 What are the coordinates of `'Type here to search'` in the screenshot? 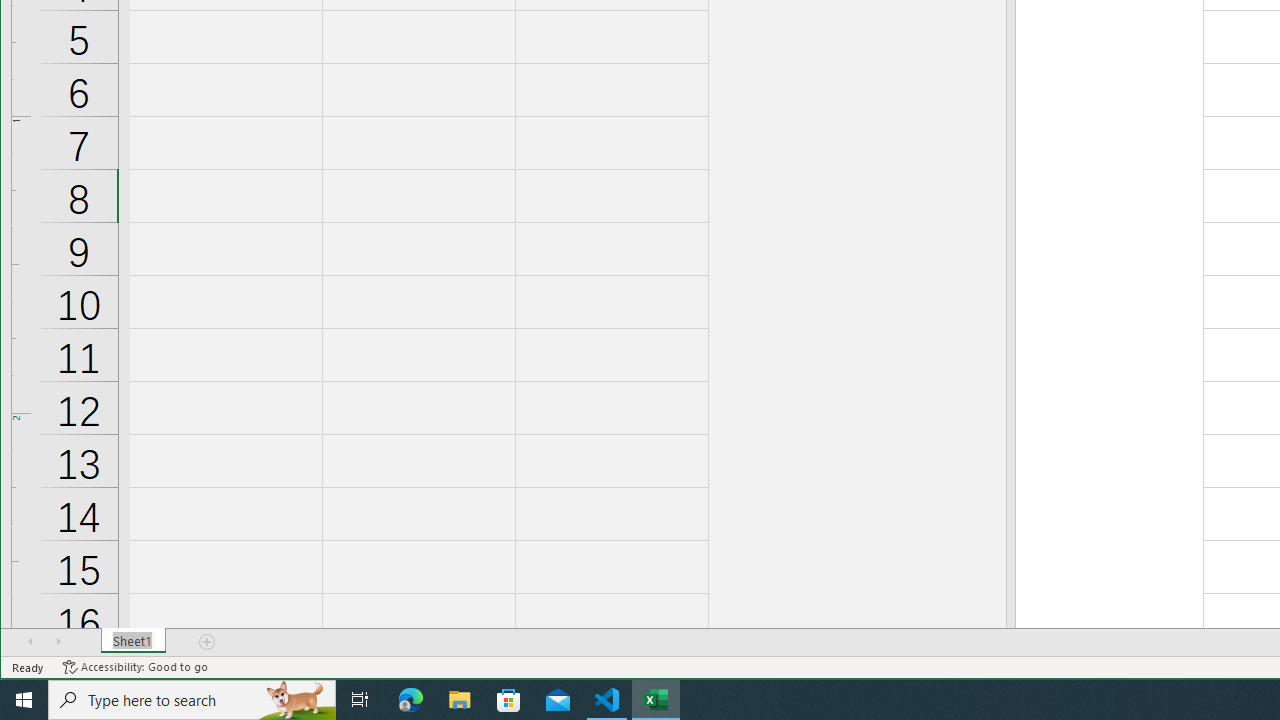 It's located at (192, 698).